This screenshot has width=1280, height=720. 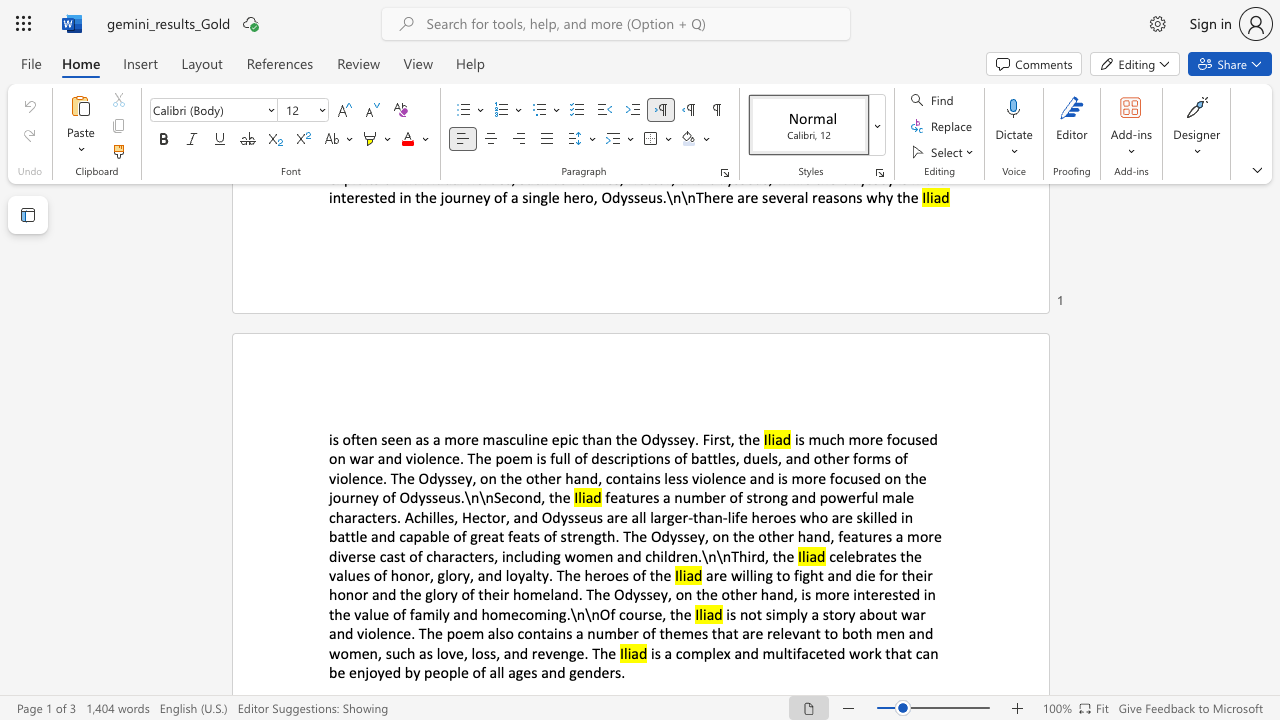 What do you see at coordinates (460, 613) in the screenshot?
I see `the subset text "nd homecoming.\n\nOf course" within the text "are willing to fight and die for their honor and the glory of their homeland. The Odyssey, on the other hand, is more interested in the value of family and homecoming.\n\nOf course, the"` at bounding box center [460, 613].